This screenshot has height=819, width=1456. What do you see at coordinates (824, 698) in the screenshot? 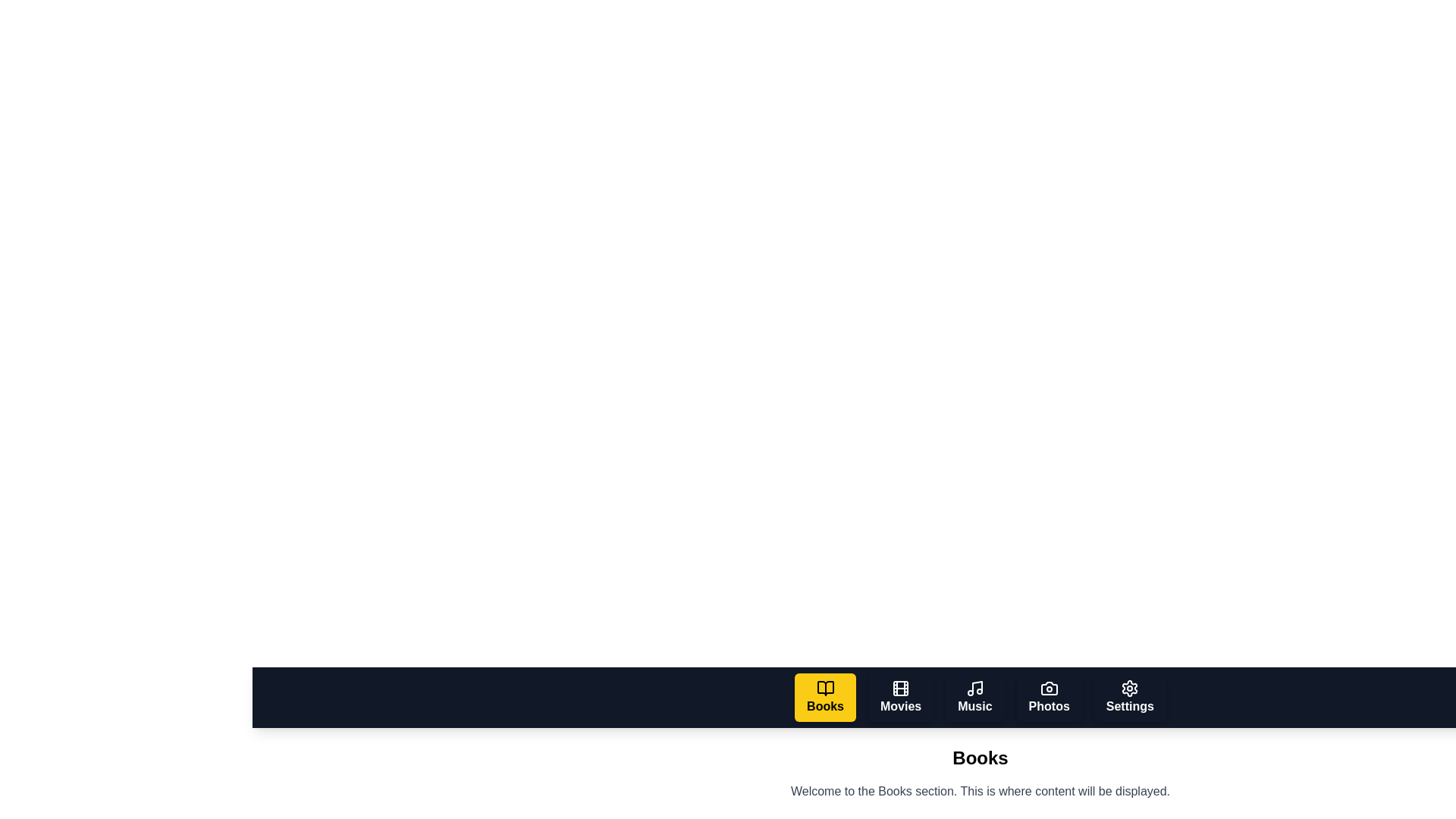
I see `the Books tab by clicking on its button` at bounding box center [824, 698].